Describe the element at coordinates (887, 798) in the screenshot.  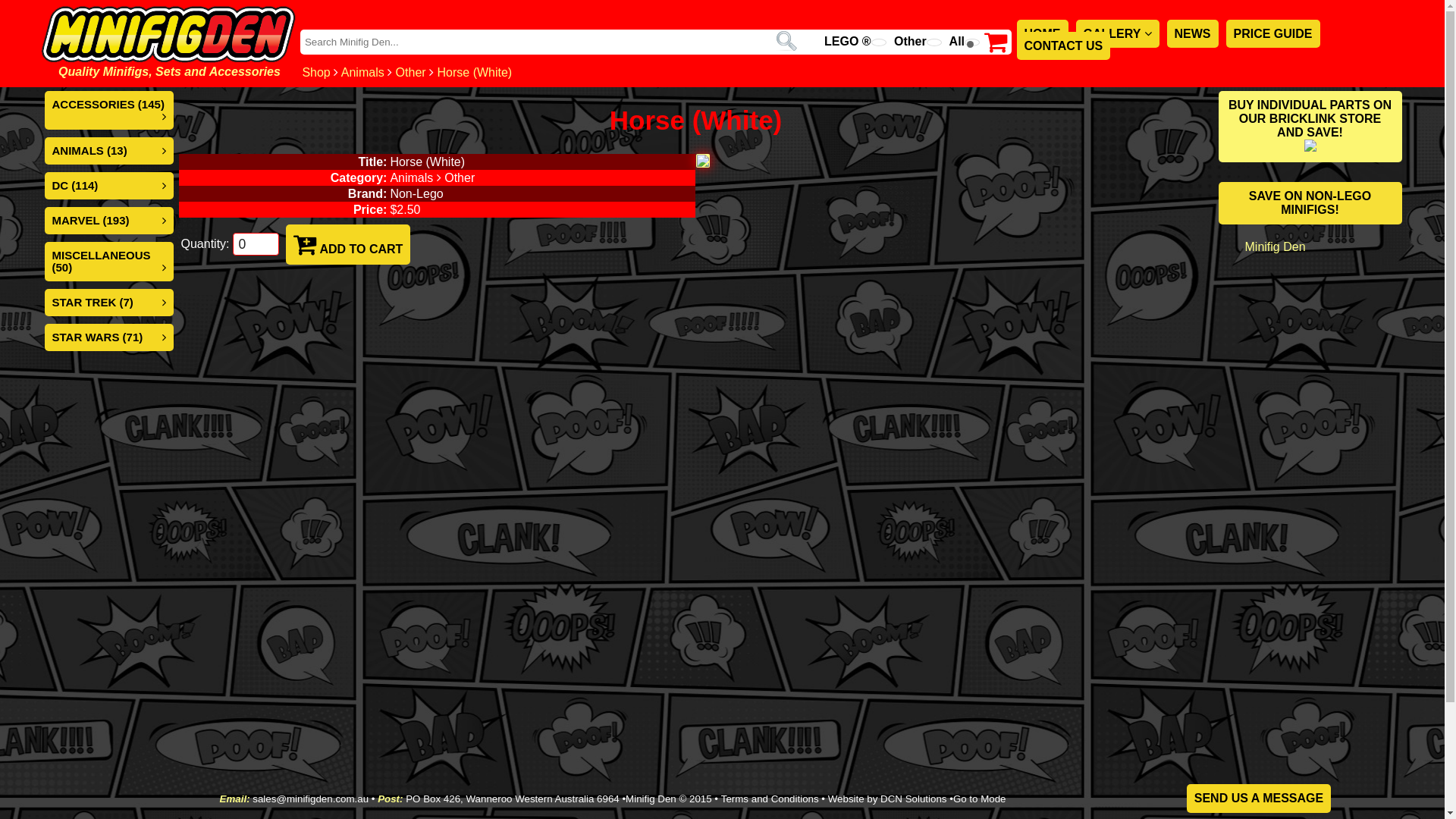
I see `'Website by DCN Solutions'` at that location.